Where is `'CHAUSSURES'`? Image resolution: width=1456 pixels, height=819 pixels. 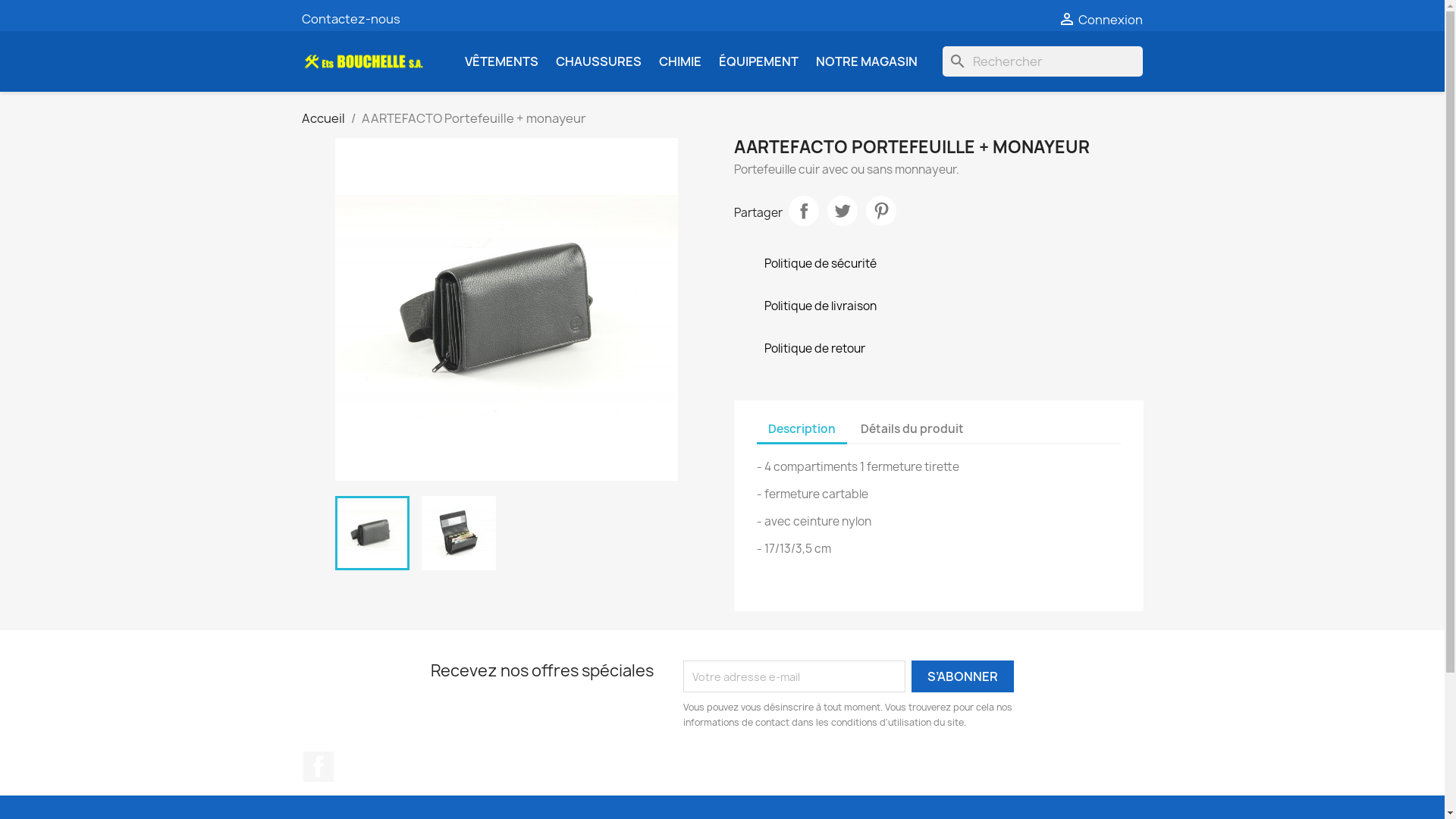
'CHAUSSURES' is located at coordinates (546, 61).